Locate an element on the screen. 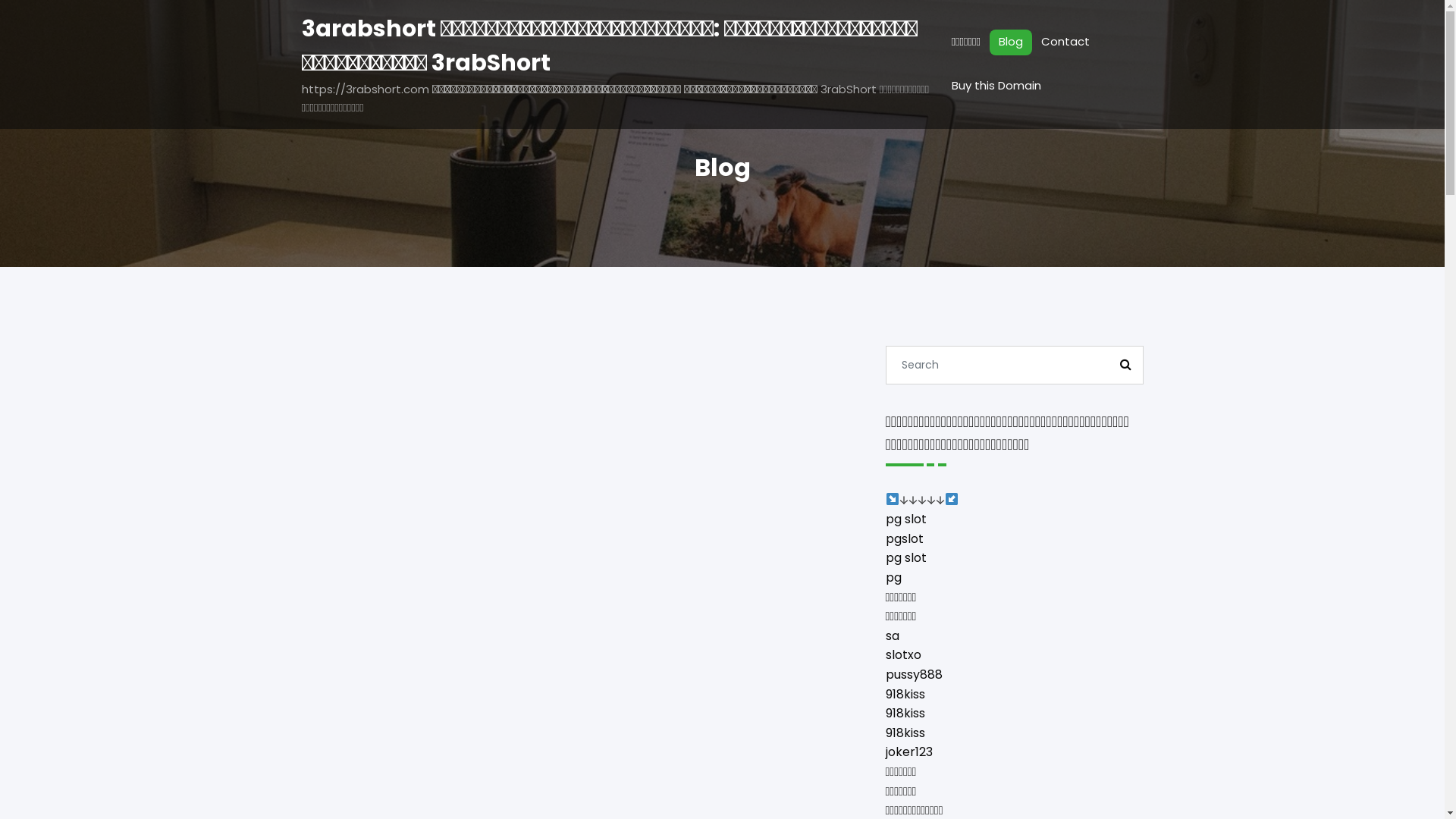 The image size is (1456, 819). 'pg' is located at coordinates (885, 577).